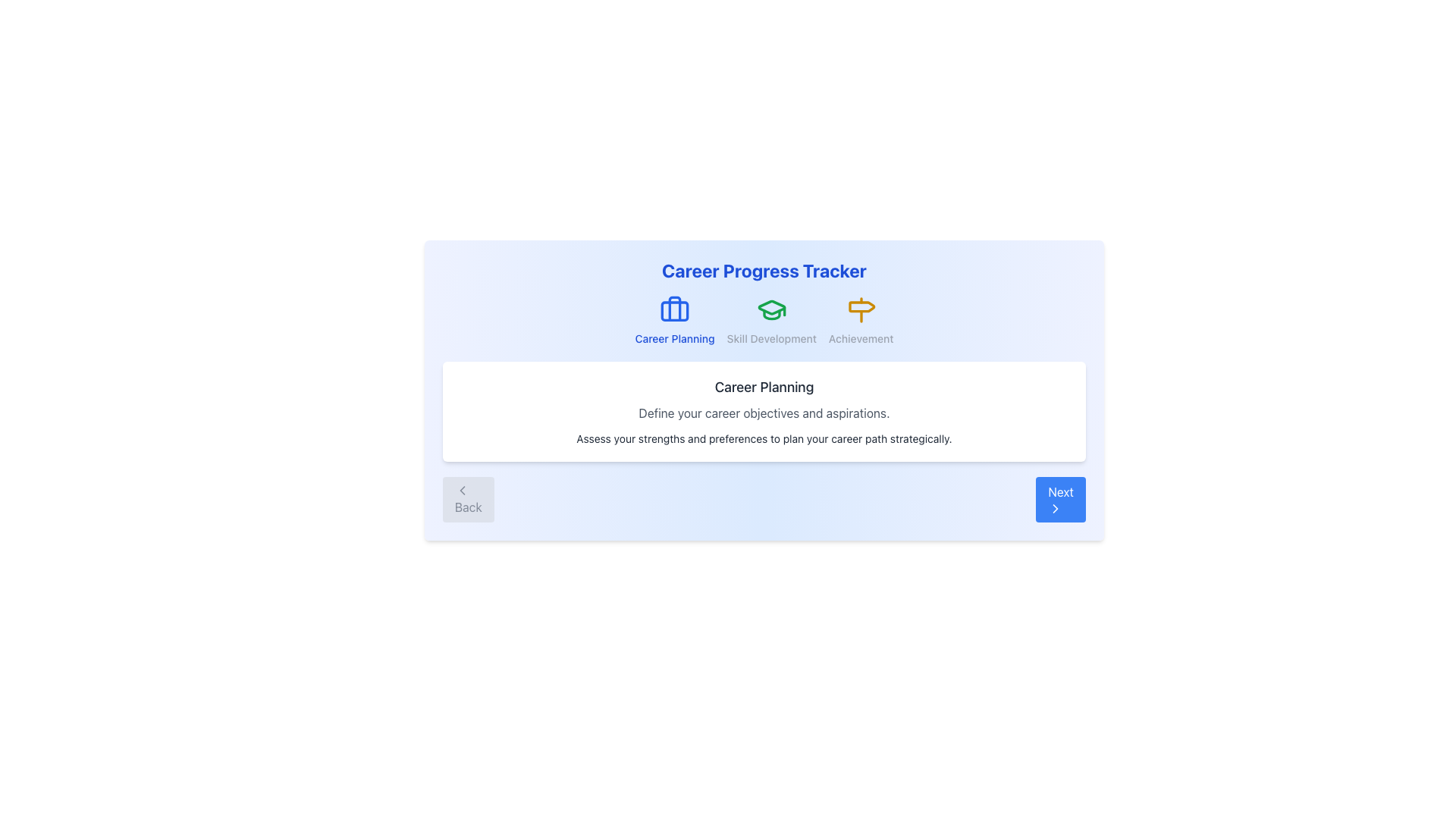  I want to click on leftward-pointing chevron icon, which has a thin dark outline and is located to the left of the 'Back' button, using developer tools, so click(461, 491).